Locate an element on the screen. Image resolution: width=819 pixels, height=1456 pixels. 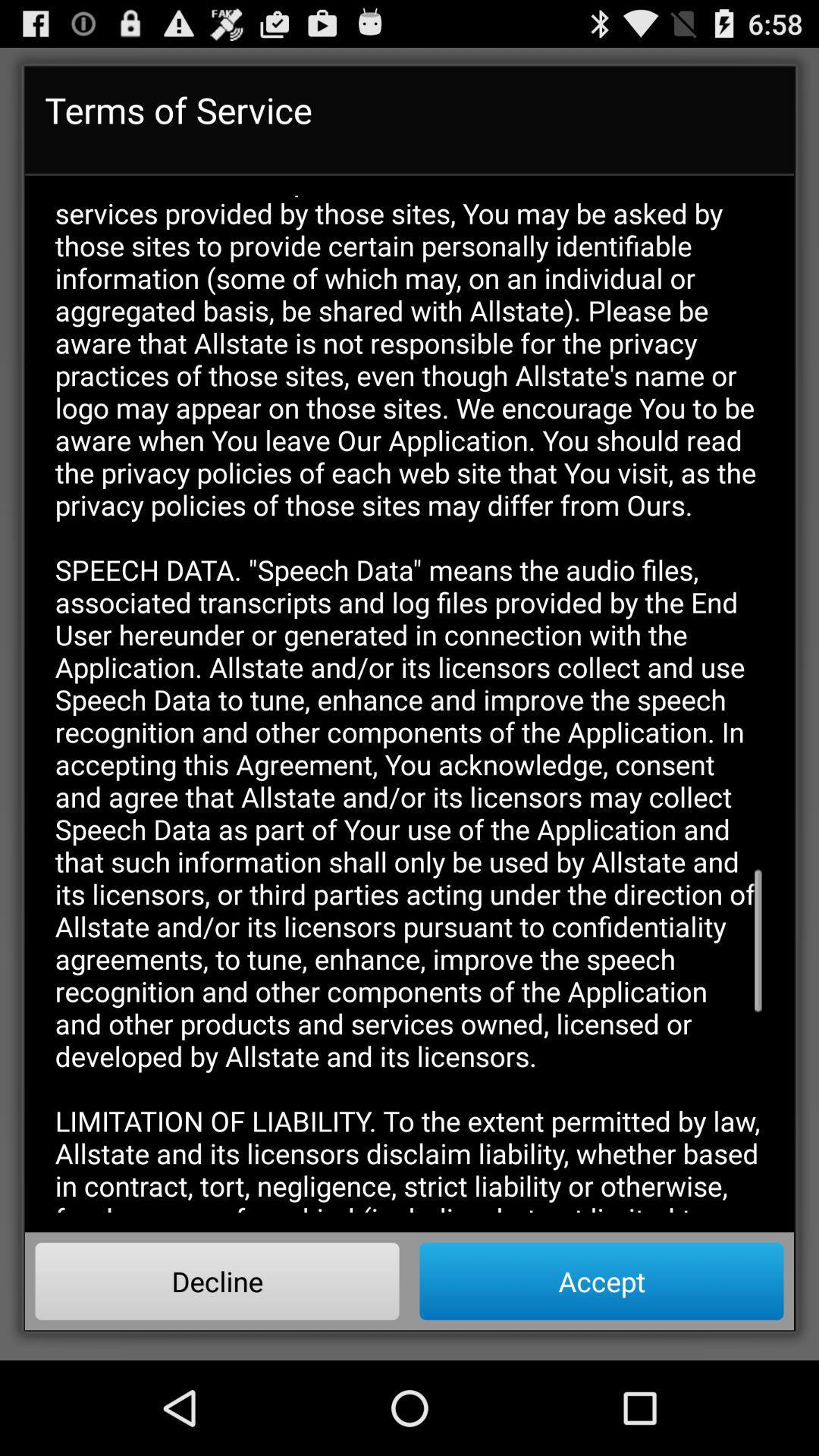
the decline button is located at coordinates (217, 1280).